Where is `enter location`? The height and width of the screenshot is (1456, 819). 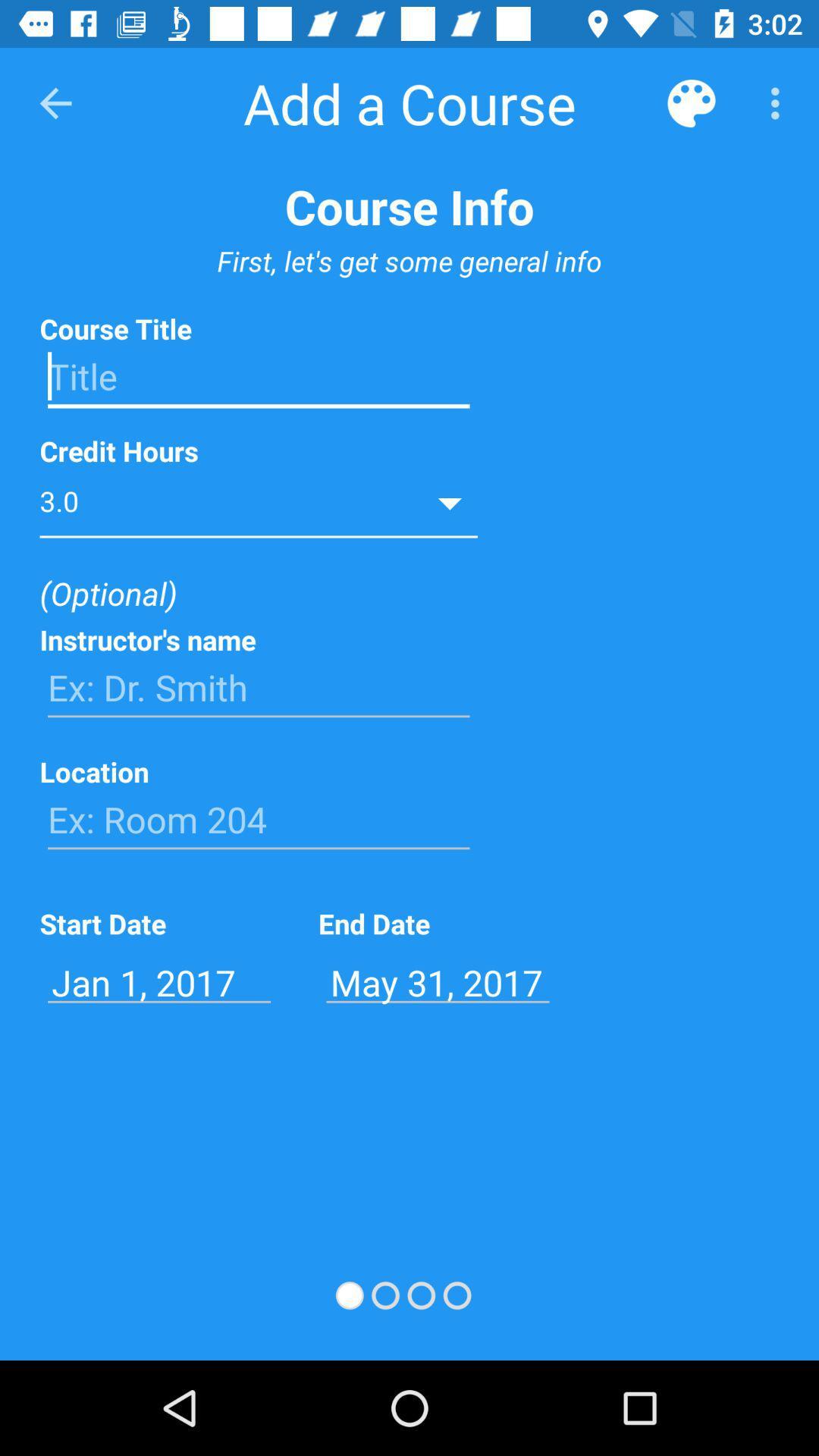 enter location is located at coordinates (258, 819).